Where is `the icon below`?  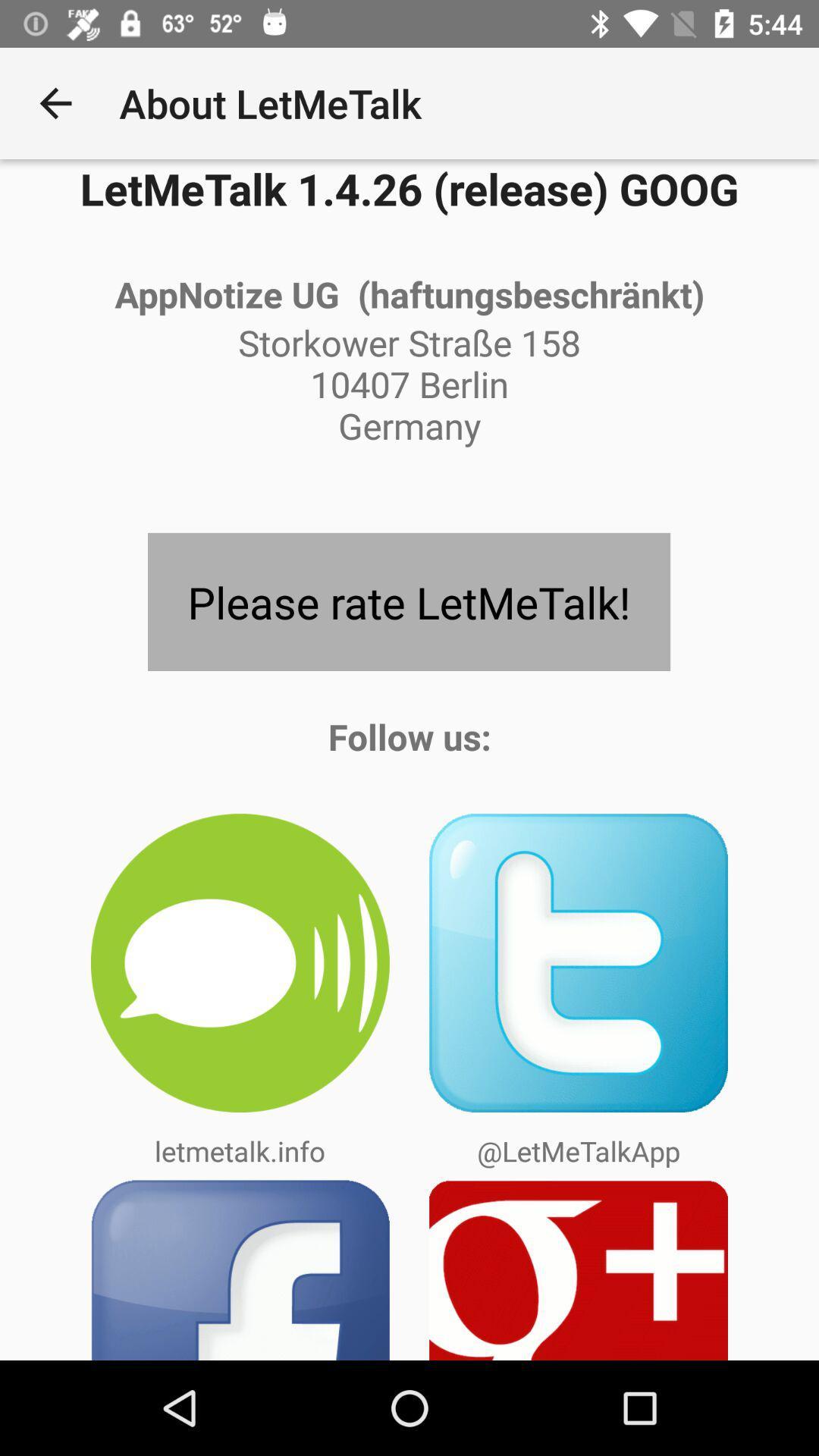
the icon below is located at coordinates (239, 962).